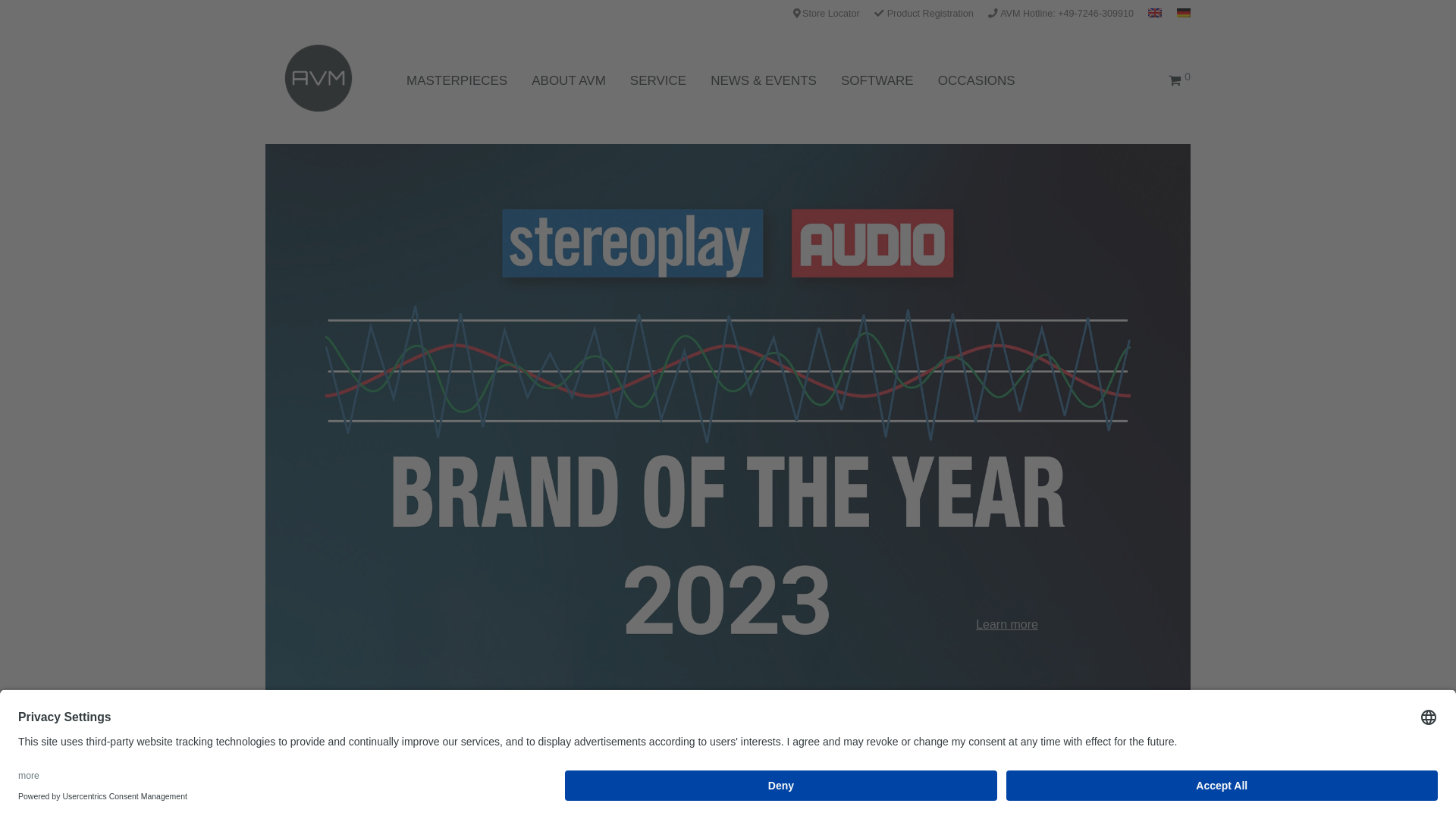 This screenshot has height=819, width=1456. What do you see at coordinates (1131, 747) in the screenshot?
I see `'Search'` at bounding box center [1131, 747].